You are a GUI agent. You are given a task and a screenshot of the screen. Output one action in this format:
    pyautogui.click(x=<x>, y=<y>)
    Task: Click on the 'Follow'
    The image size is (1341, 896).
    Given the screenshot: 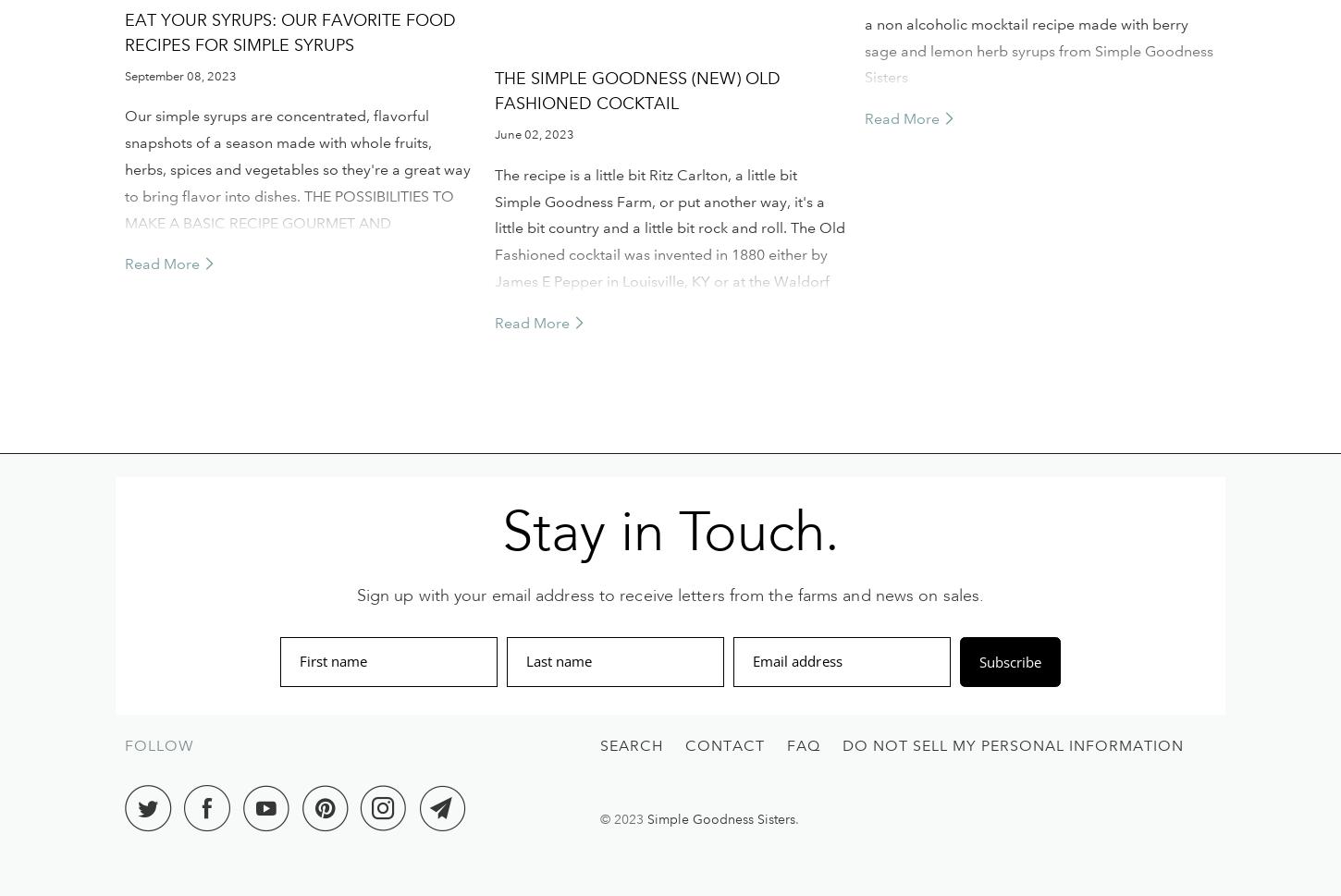 What is the action you would take?
    pyautogui.click(x=158, y=745)
    